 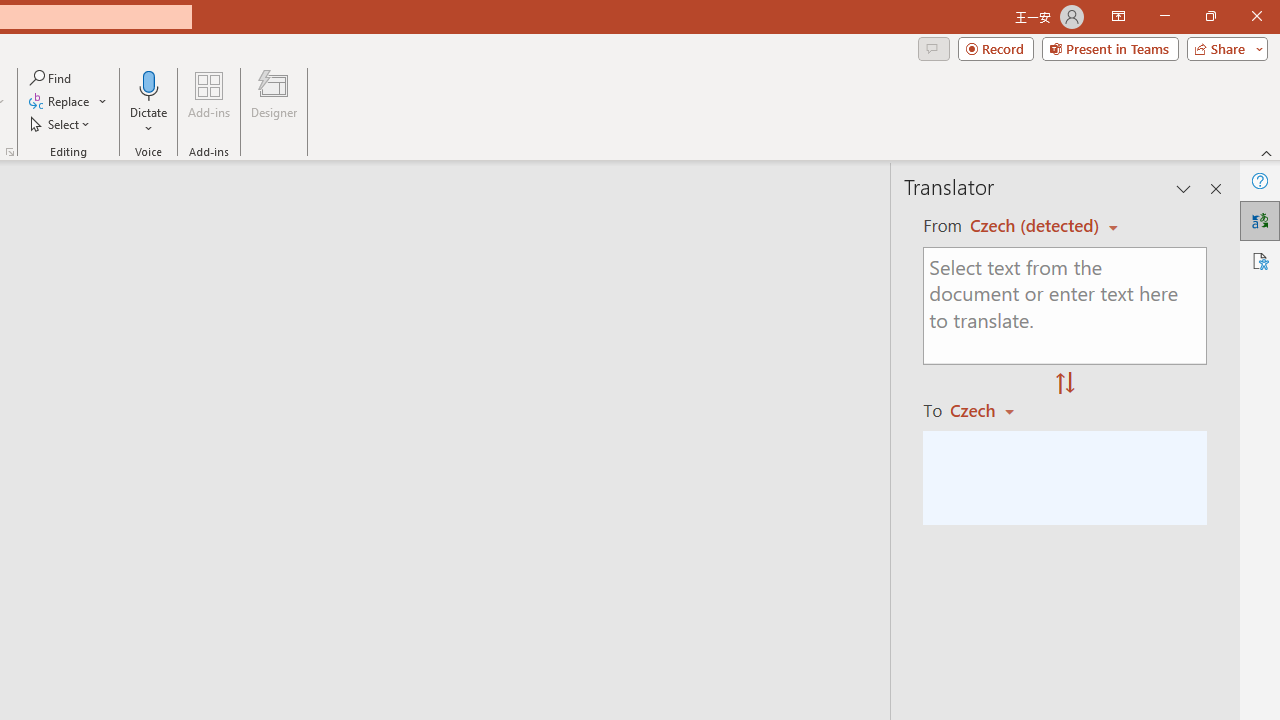 What do you see at coordinates (1222, 47) in the screenshot?
I see `'Share'` at bounding box center [1222, 47].